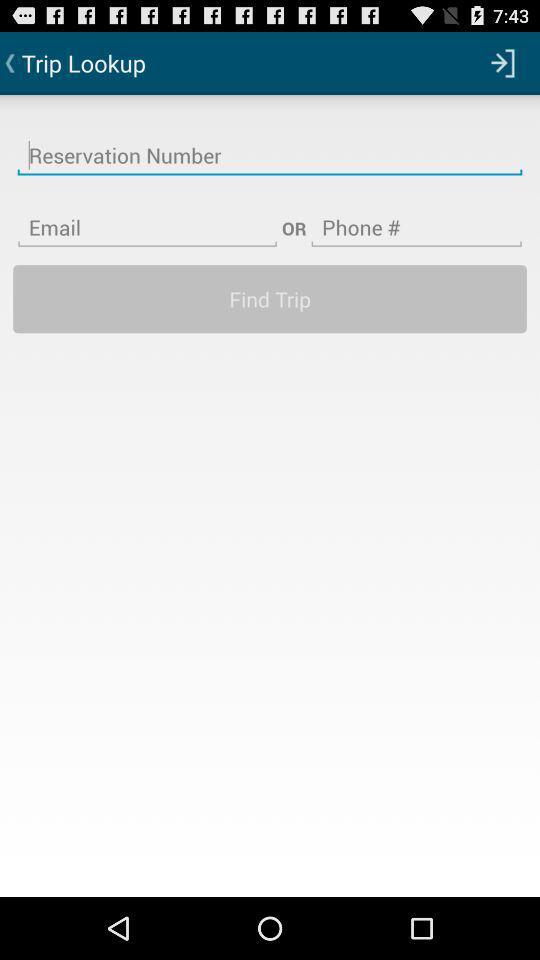  What do you see at coordinates (146, 215) in the screenshot?
I see `the icon to the left of the or icon` at bounding box center [146, 215].